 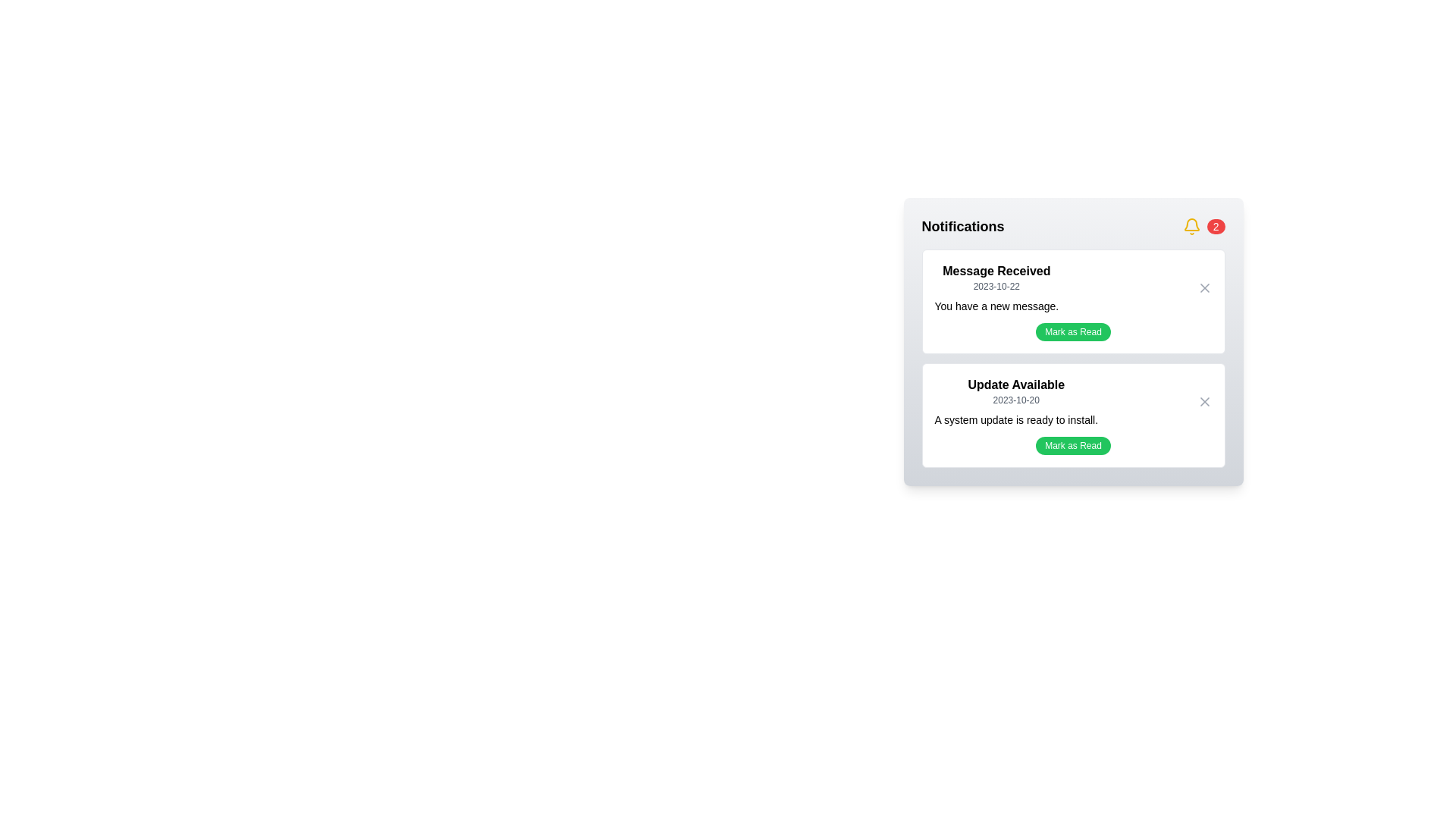 What do you see at coordinates (1072, 359) in the screenshot?
I see `the 'Mark as Read' button within the Notification block located in the Notifications panel to read the notification message` at bounding box center [1072, 359].